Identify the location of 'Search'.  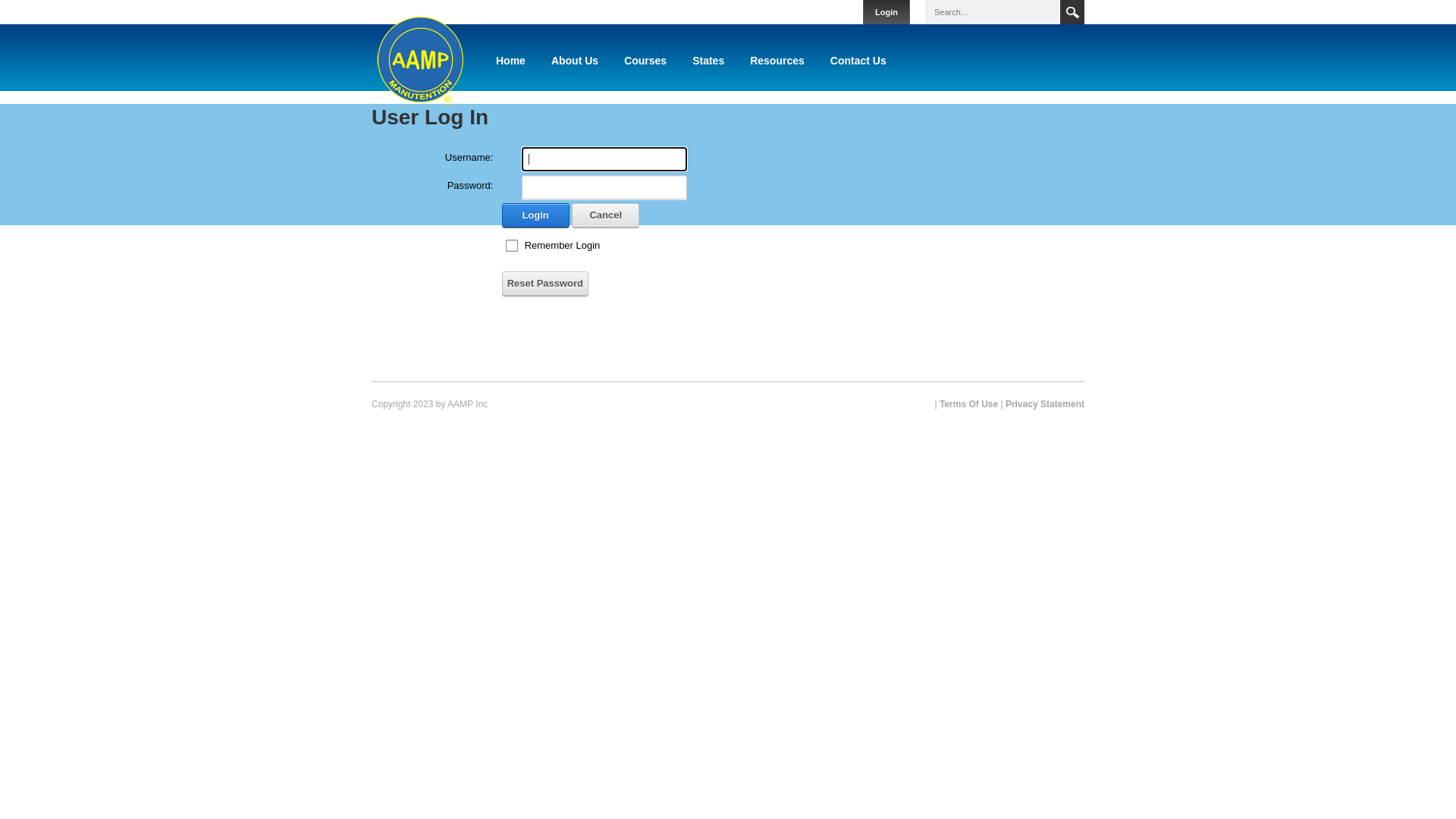
(1072, 11).